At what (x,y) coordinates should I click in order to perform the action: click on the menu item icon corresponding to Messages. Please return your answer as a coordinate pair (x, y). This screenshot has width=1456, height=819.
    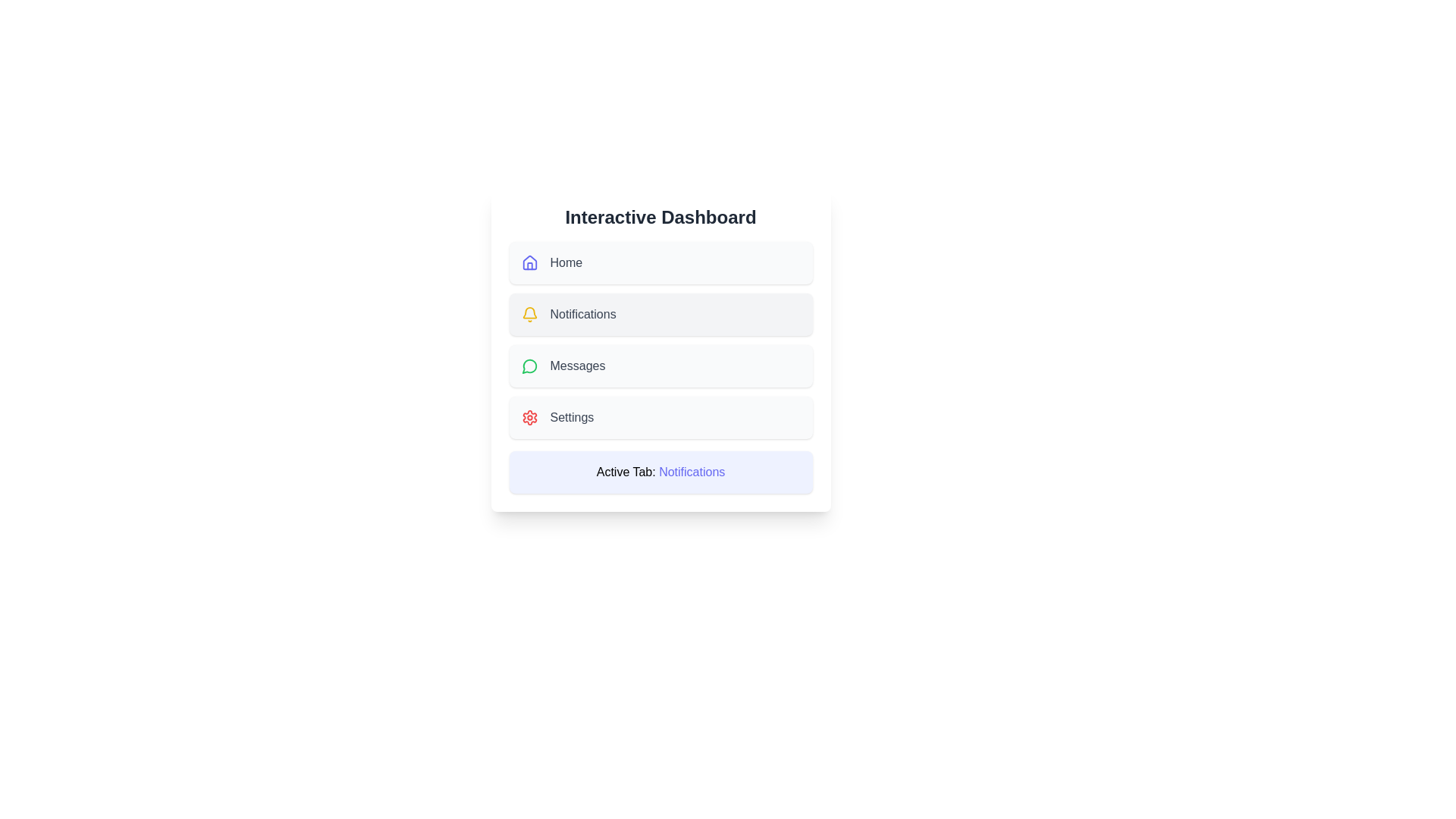
    Looking at the image, I should click on (529, 366).